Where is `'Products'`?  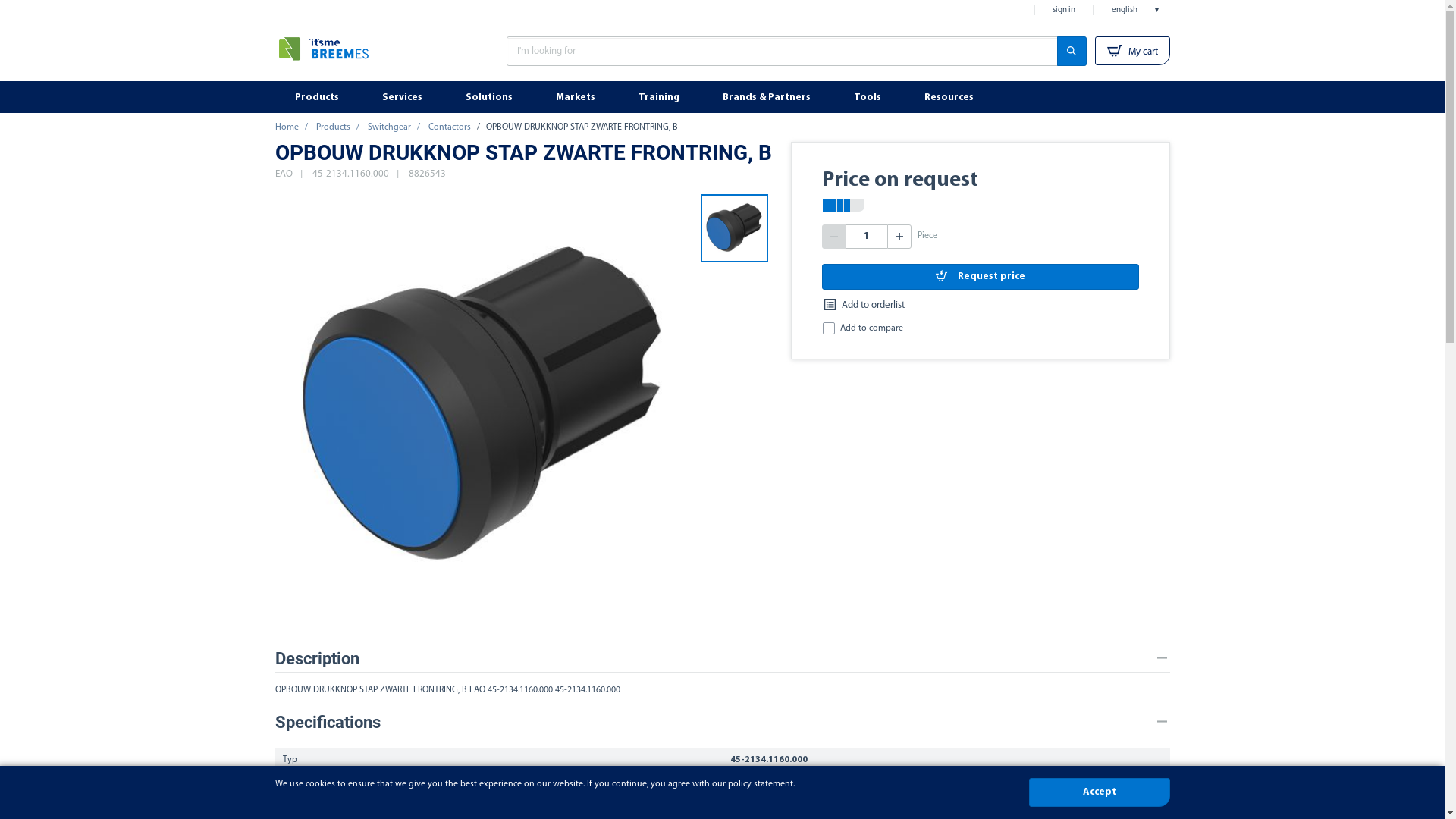
'Products' is located at coordinates (315, 127).